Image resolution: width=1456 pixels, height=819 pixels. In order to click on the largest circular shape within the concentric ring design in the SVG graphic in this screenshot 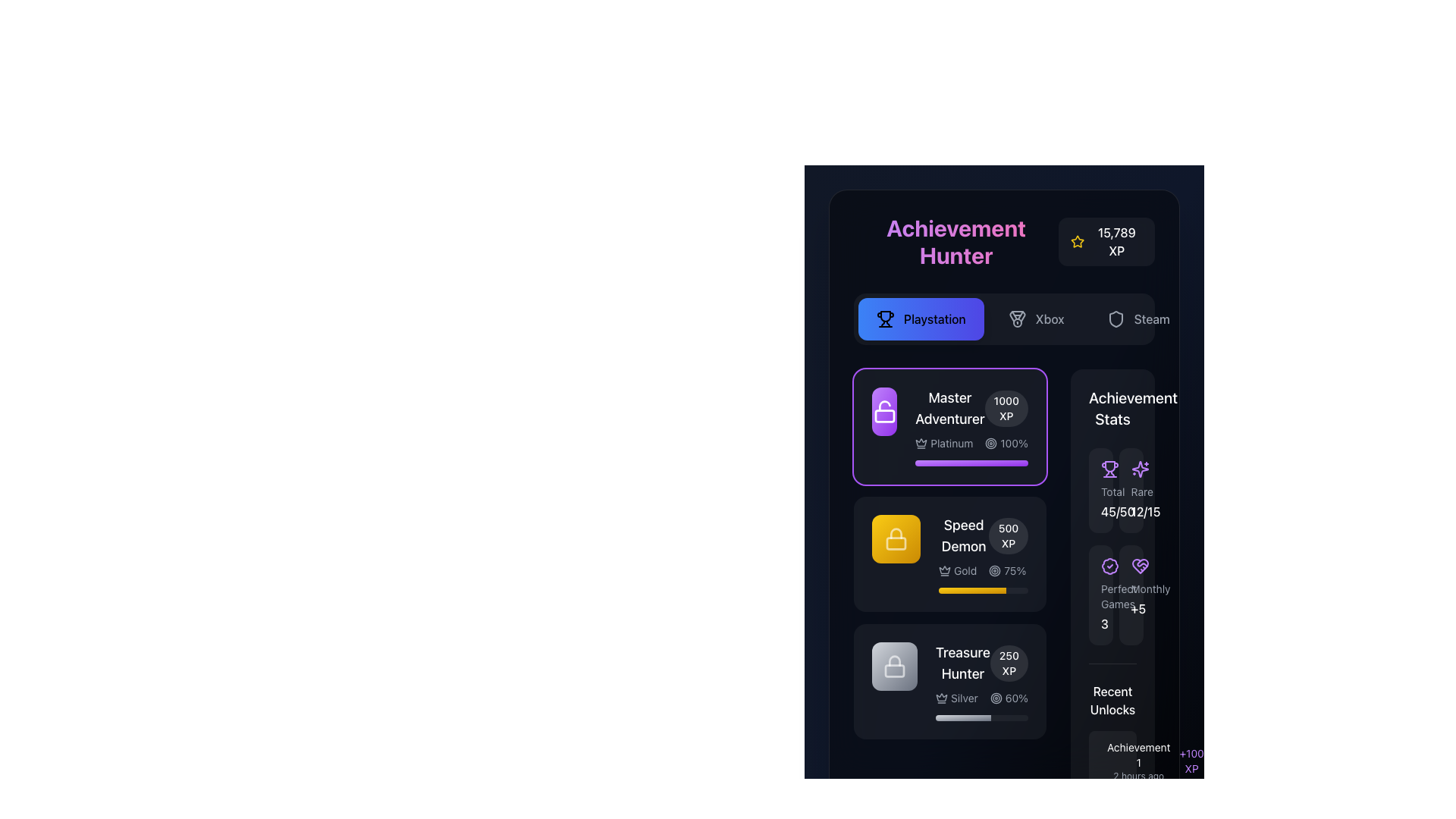, I will do `click(996, 698)`.